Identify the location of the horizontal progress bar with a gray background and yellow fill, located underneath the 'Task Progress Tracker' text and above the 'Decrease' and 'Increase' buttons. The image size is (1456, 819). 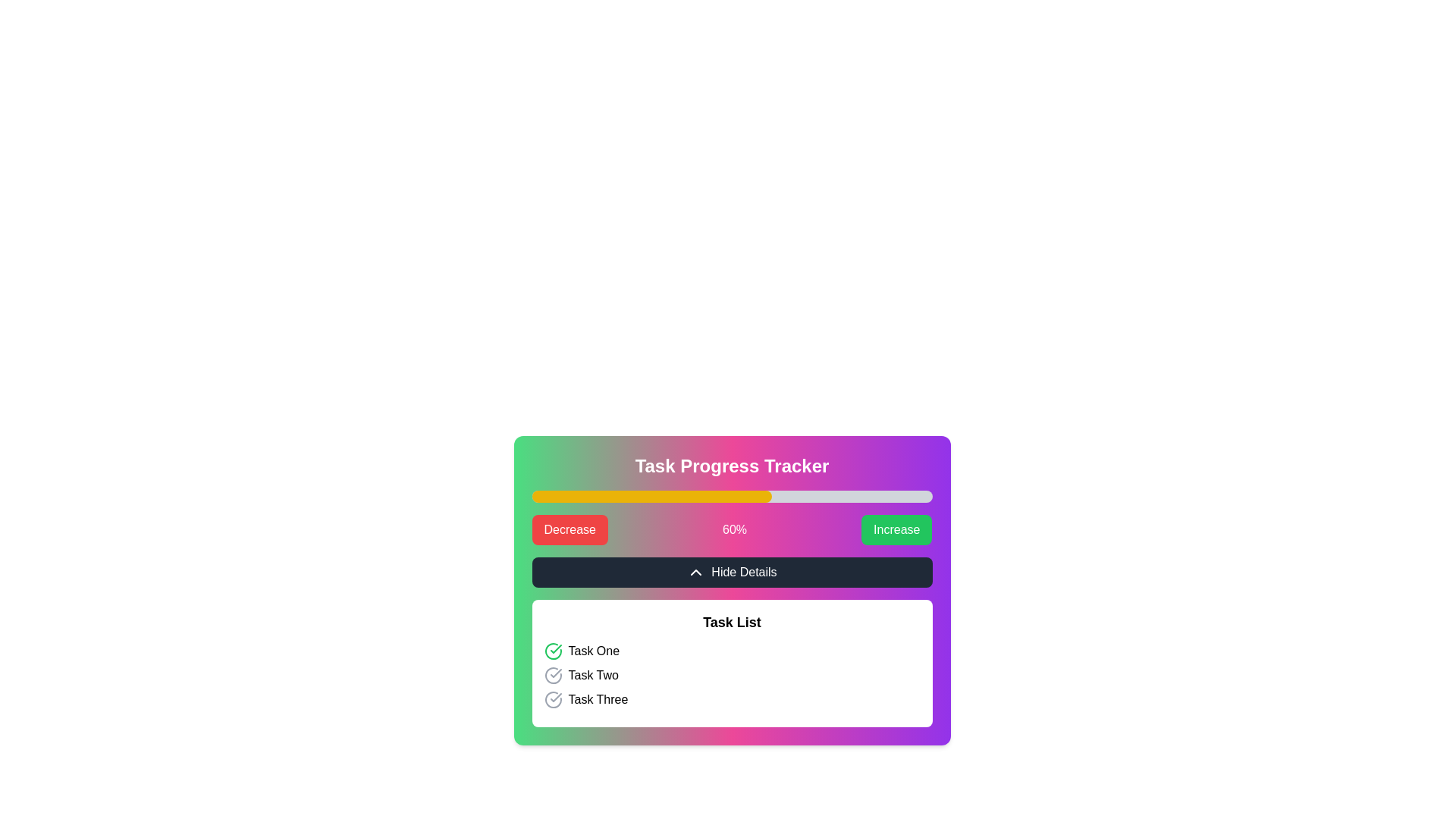
(732, 497).